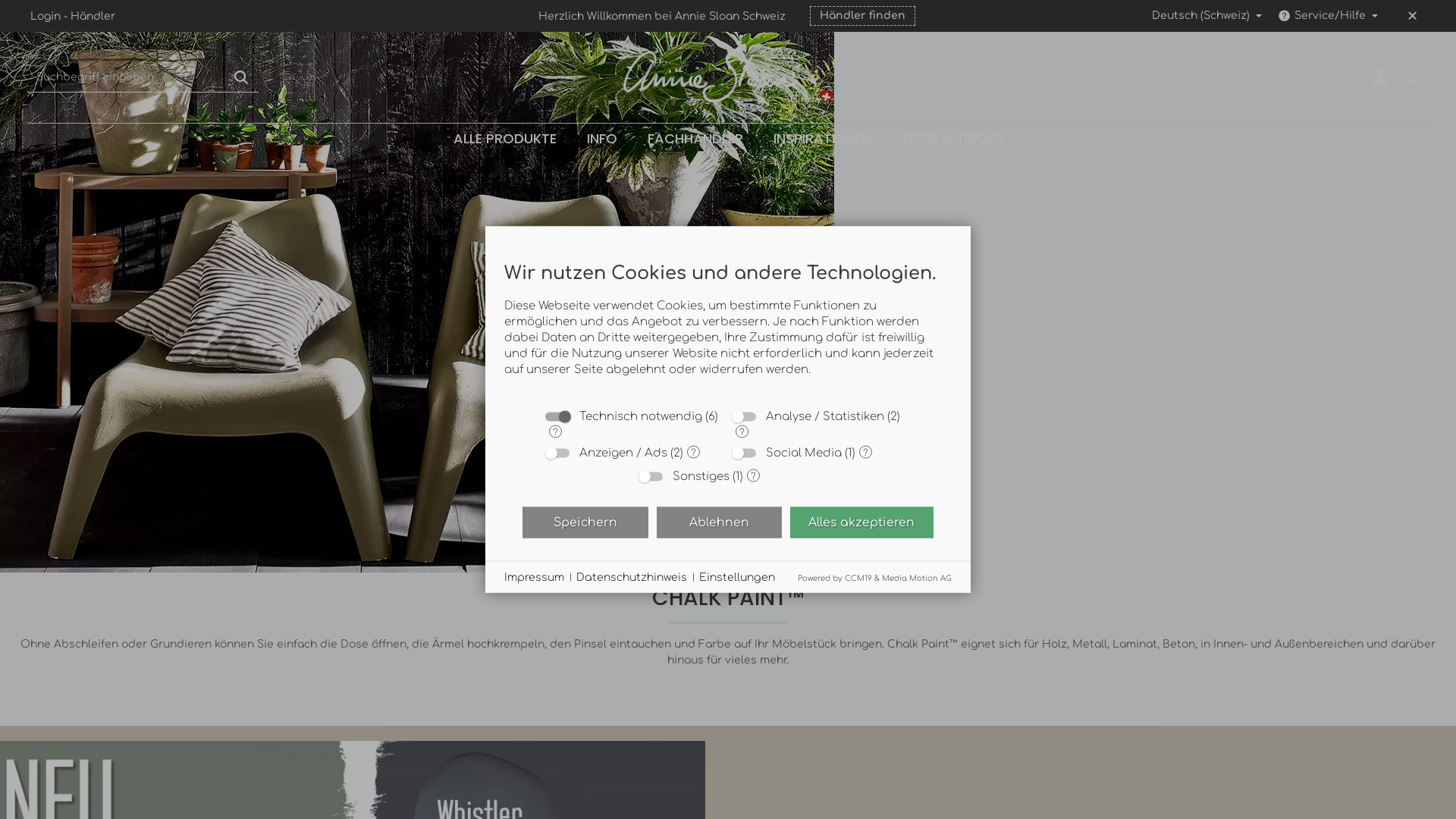  Describe the element at coordinates (570, 138) in the screenshot. I see `'INFO'` at that location.